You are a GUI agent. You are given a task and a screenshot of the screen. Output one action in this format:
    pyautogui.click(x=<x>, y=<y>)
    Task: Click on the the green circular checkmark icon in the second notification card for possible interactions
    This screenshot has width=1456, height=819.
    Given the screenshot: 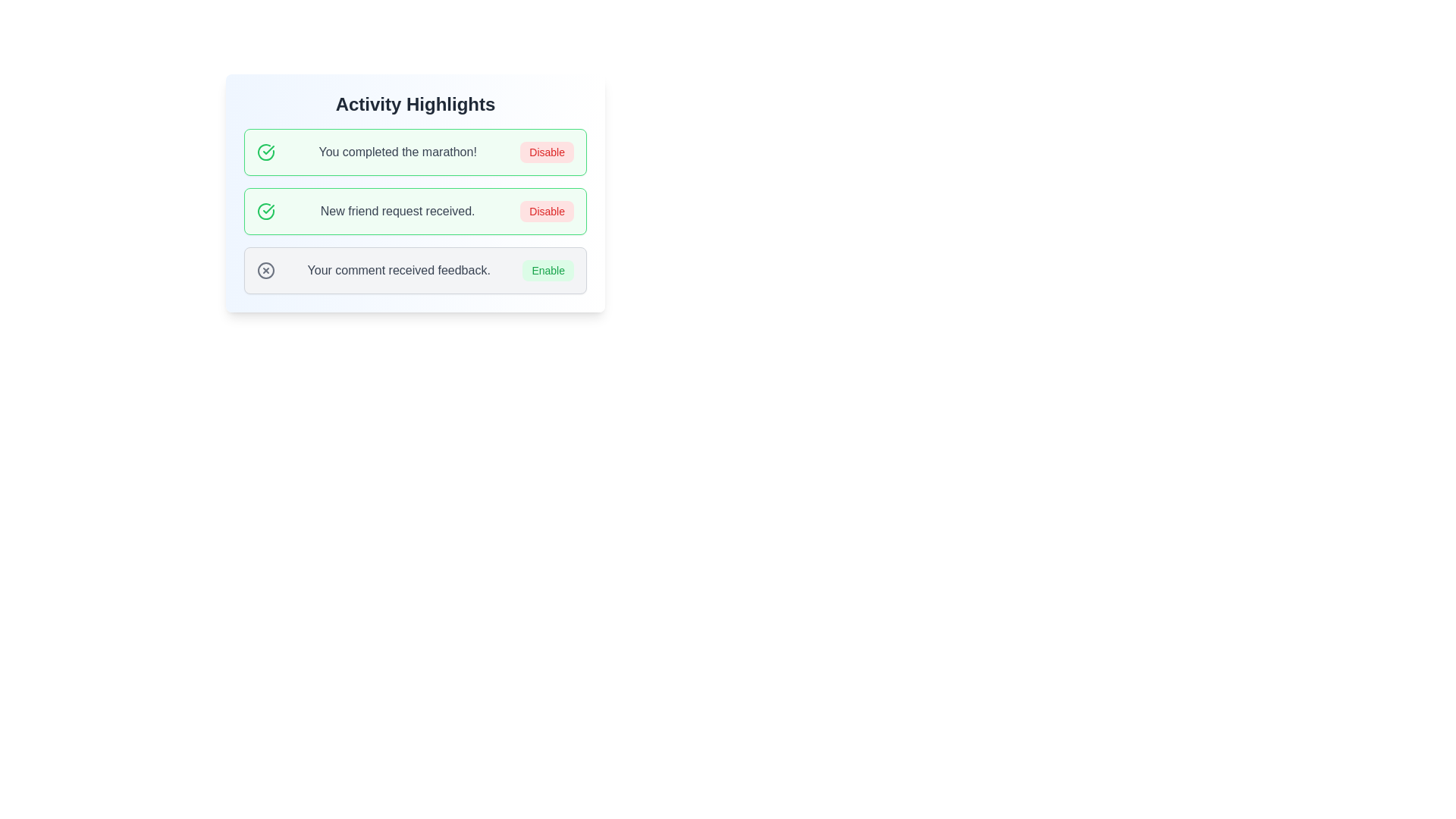 What is the action you would take?
    pyautogui.click(x=265, y=211)
    